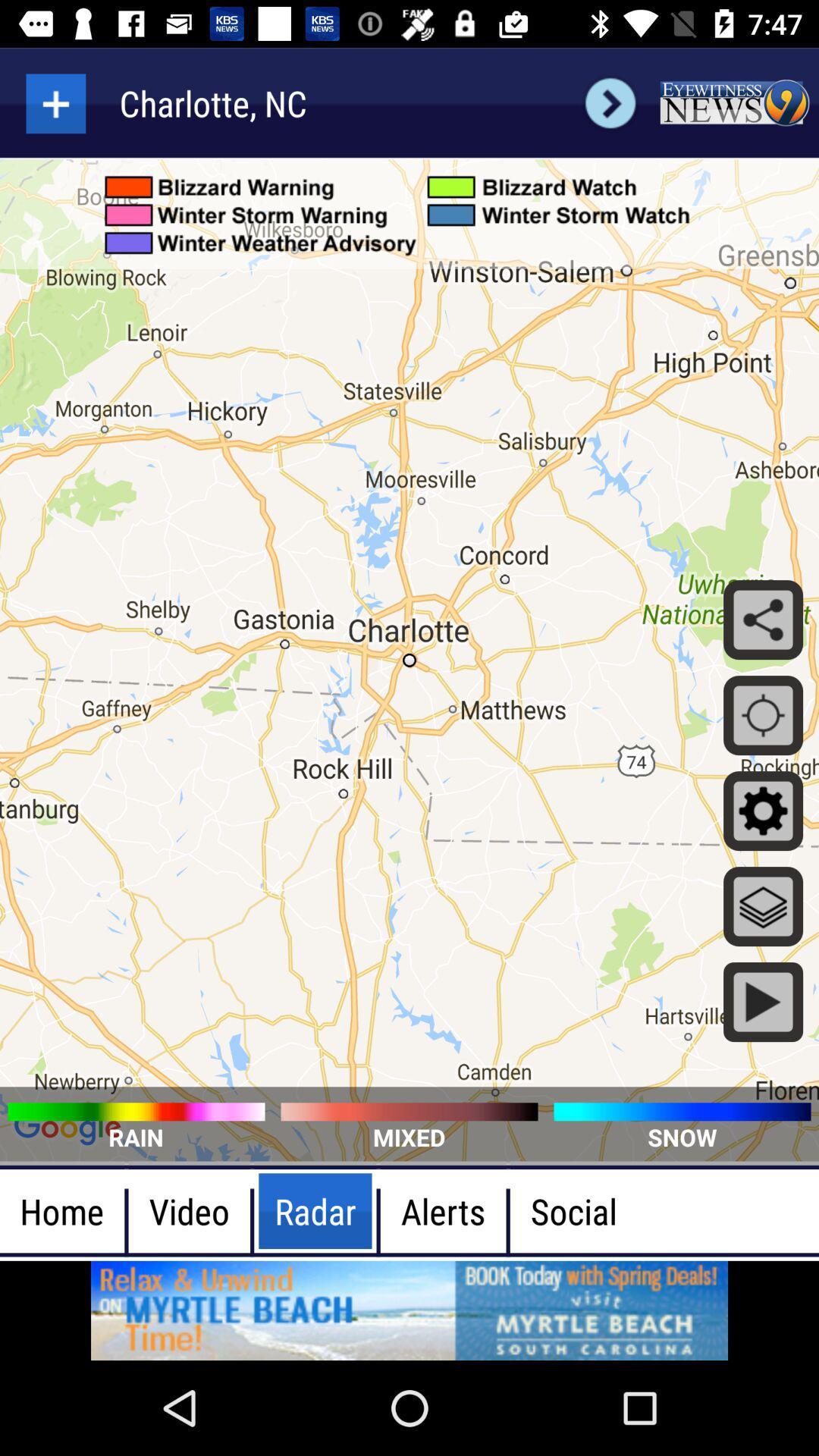  Describe the element at coordinates (610, 102) in the screenshot. I see `prximo` at that location.